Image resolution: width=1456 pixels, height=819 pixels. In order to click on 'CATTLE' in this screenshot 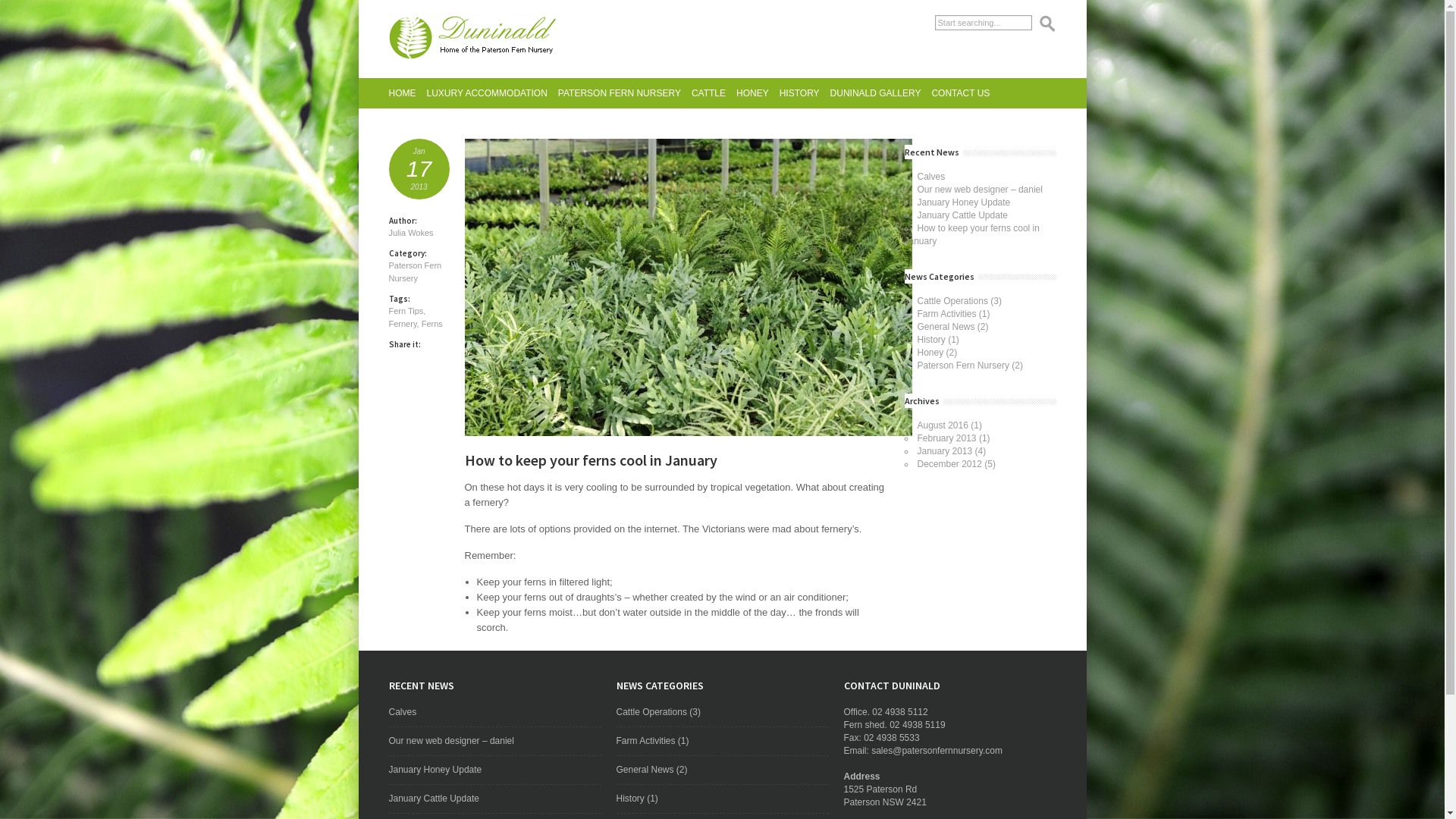, I will do `click(708, 93)`.